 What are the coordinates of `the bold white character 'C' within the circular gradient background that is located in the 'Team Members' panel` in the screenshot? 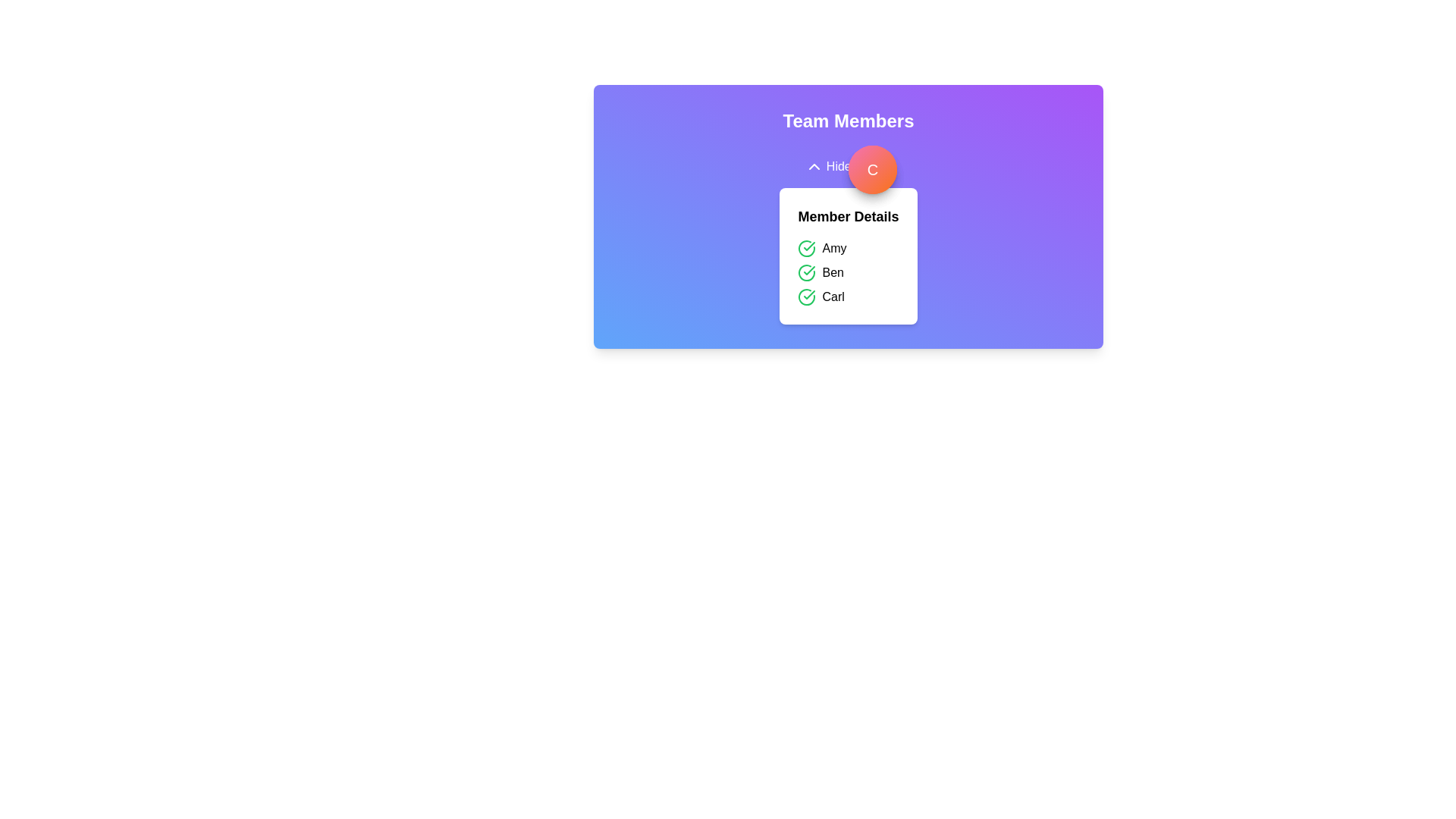 It's located at (873, 169).